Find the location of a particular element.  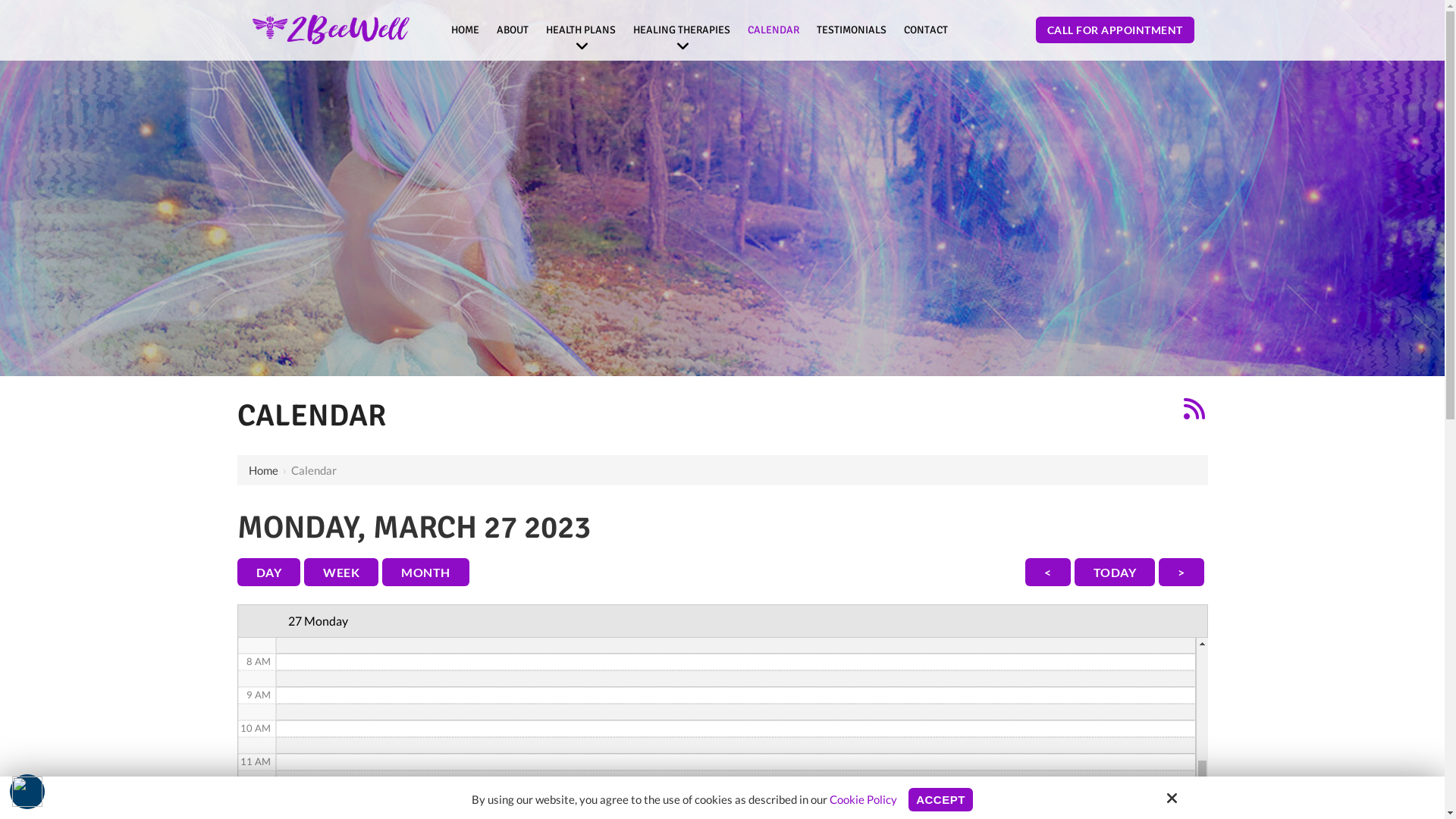

'Cookie Policy' is located at coordinates (863, 798).